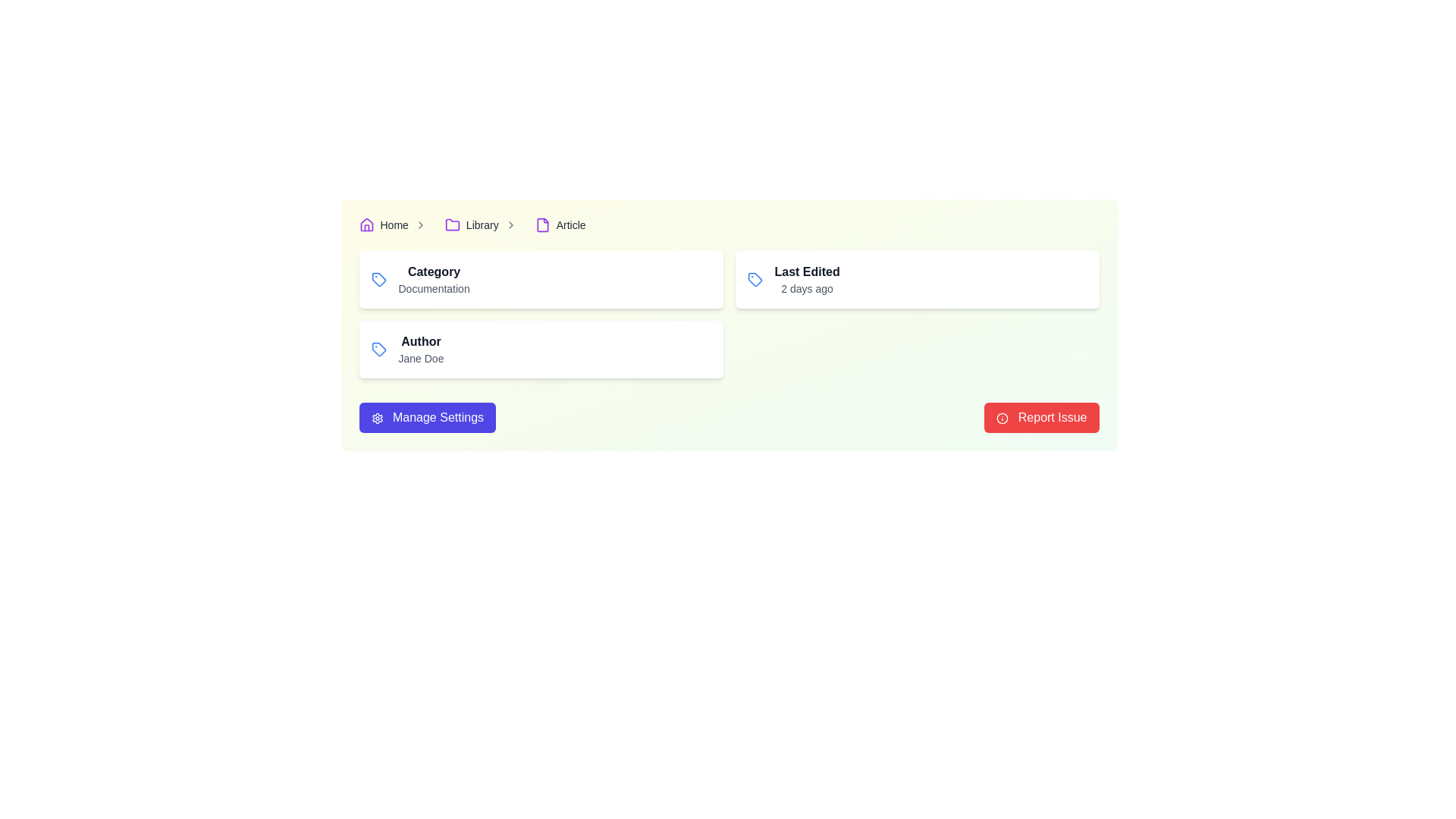  Describe the element at coordinates (451, 224) in the screenshot. I see `the folder SVG icon located in the breadcrumb navigation bar to associate it with the navigation context` at that location.